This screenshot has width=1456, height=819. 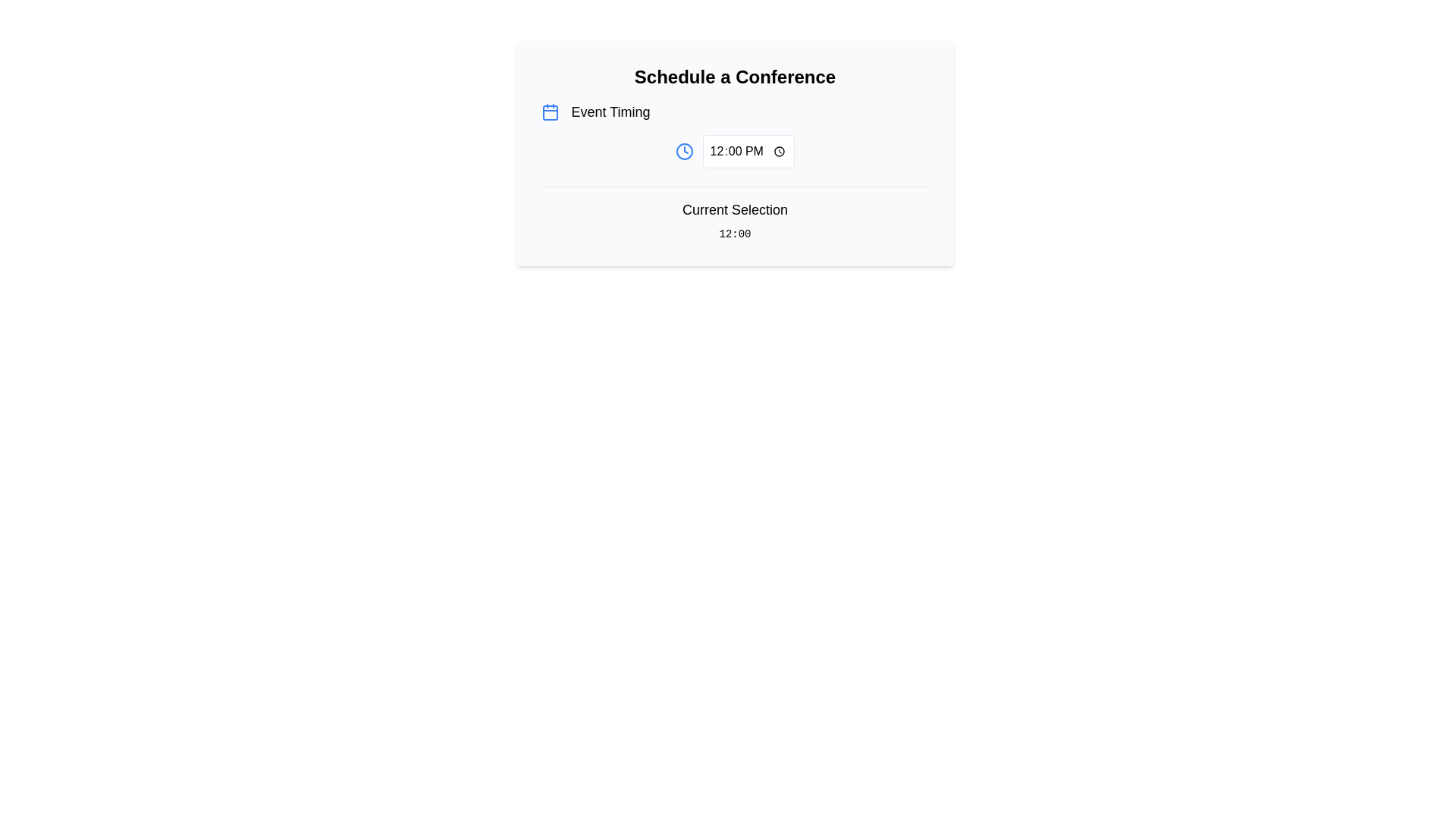 I want to click on the clock icon located to the left of the '12:00 PM' time input field under the 'Event Timing' heading, so click(x=683, y=152).